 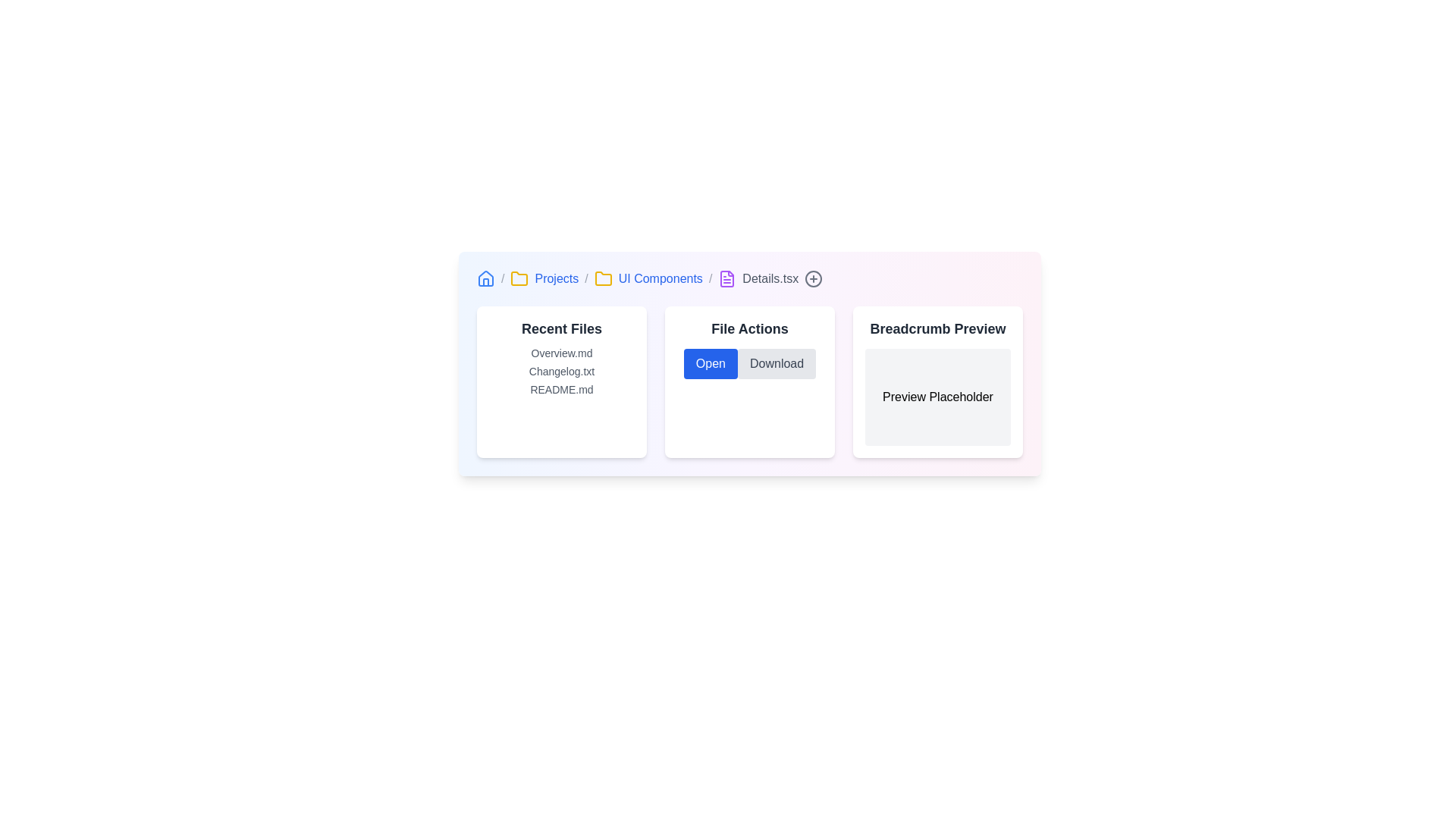 What do you see at coordinates (813, 278) in the screenshot?
I see `the circular button with a plus icon, styled in gray, located at the end of the breadcrumb navigation after 'Details.tsx'` at bounding box center [813, 278].